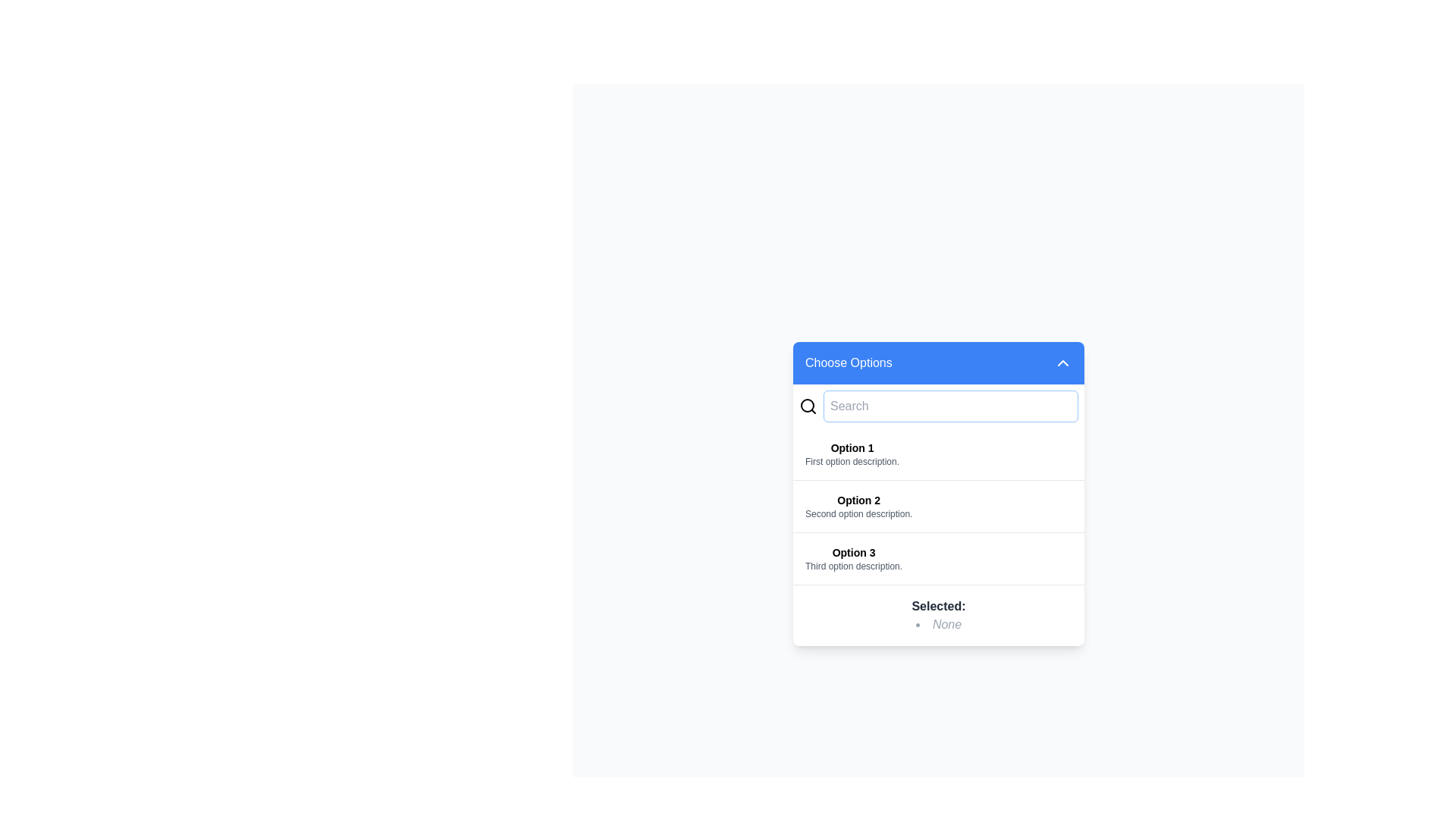 This screenshot has width=1456, height=819. I want to click on the third selectable option in the dropdown-style interface, so click(938, 558).